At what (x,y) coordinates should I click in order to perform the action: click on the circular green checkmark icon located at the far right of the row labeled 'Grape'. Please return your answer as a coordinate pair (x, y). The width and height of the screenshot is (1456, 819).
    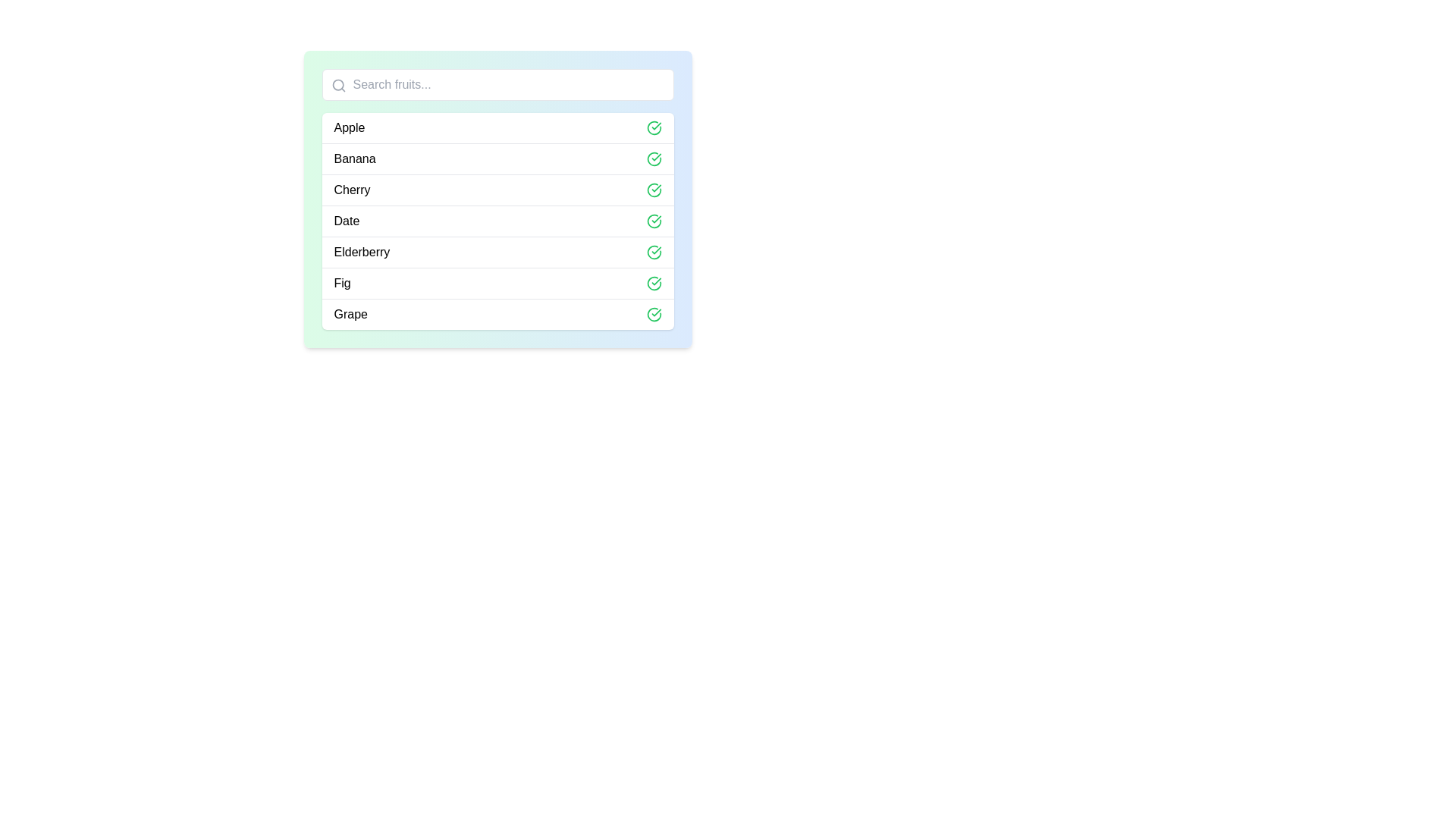
    Looking at the image, I should click on (654, 314).